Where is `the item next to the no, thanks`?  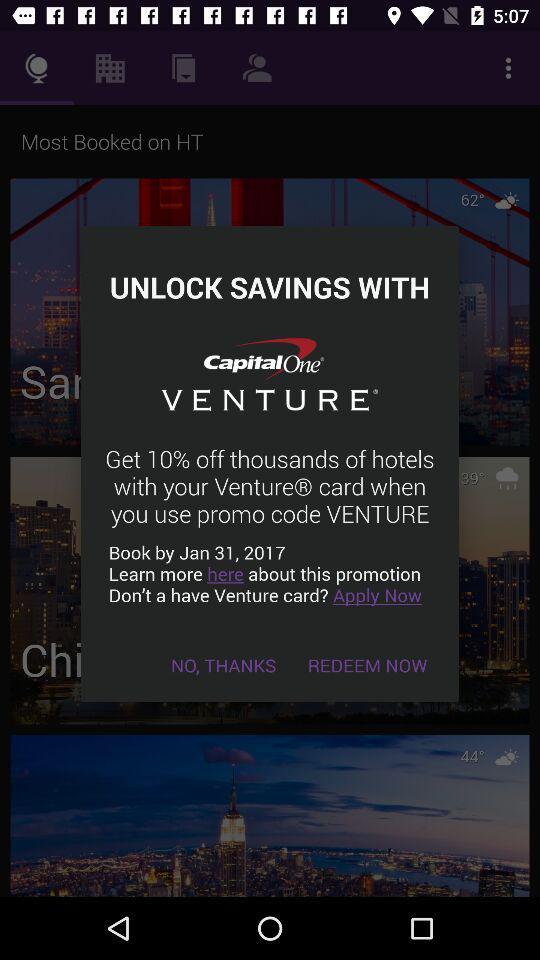
the item next to the no, thanks is located at coordinates (366, 665).